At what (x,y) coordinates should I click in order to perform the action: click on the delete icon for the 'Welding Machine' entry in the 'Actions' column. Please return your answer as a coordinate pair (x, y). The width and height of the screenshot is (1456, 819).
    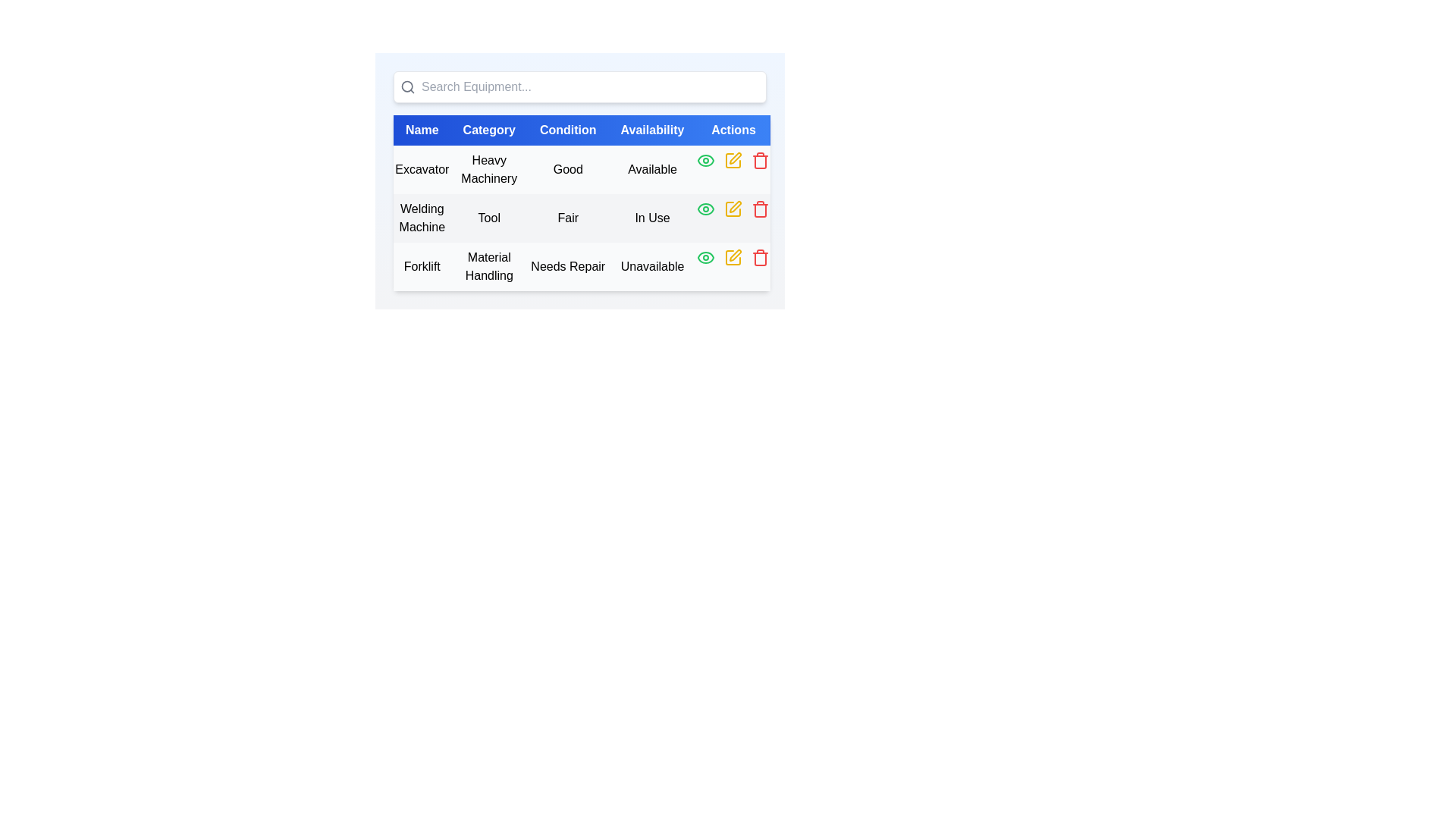
    Looking at the image, I should click on (761, 210).